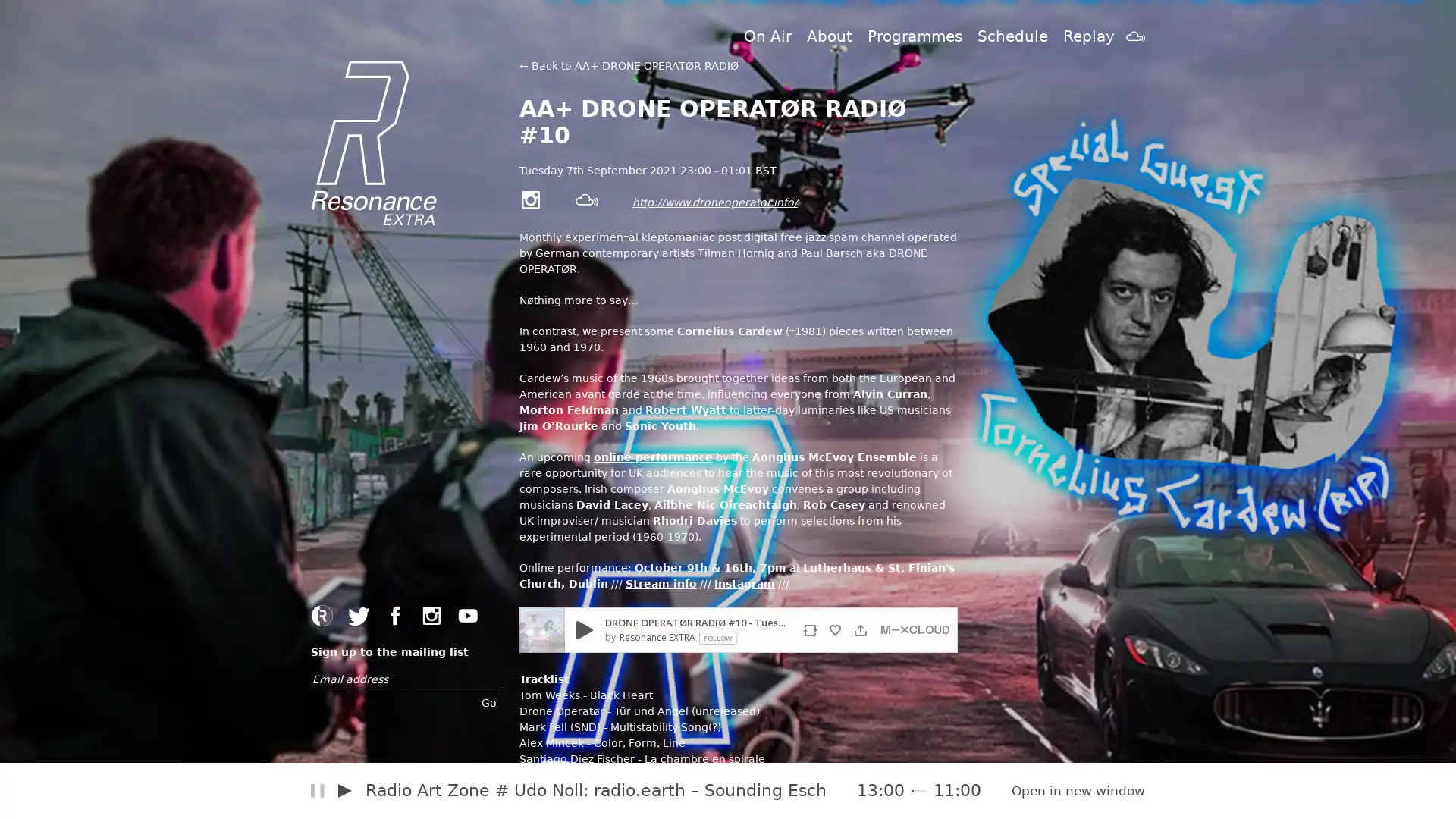  Describe the element at coordinates (488, 698) in the screenshot. I see `Go` at that location.